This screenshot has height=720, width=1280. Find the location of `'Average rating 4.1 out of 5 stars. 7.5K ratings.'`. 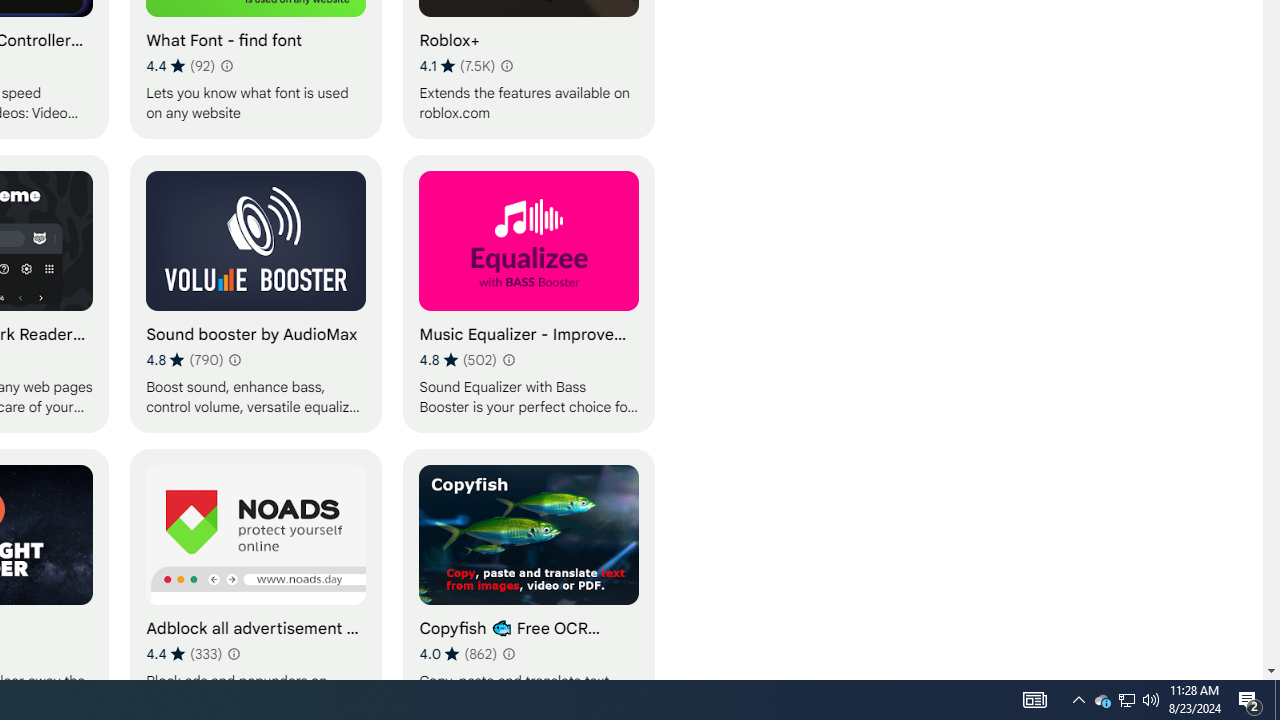

'Average rating 4.1 out of 5 stars. 7.5K ratings.' is located at coordinates (456, 65).